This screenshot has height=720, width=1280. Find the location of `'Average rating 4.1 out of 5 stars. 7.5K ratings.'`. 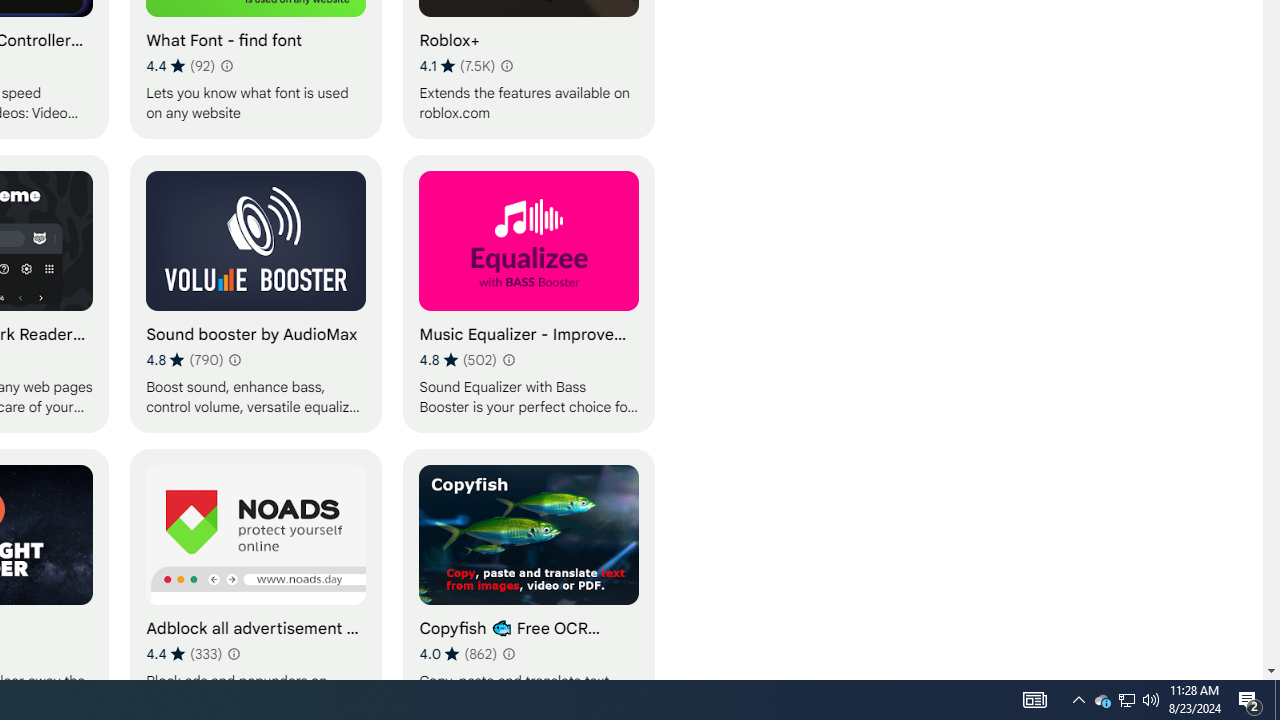

'Average rating 4.1 out of 5 stars. 7.5K ratings.' is located at coordinates (456, 65).